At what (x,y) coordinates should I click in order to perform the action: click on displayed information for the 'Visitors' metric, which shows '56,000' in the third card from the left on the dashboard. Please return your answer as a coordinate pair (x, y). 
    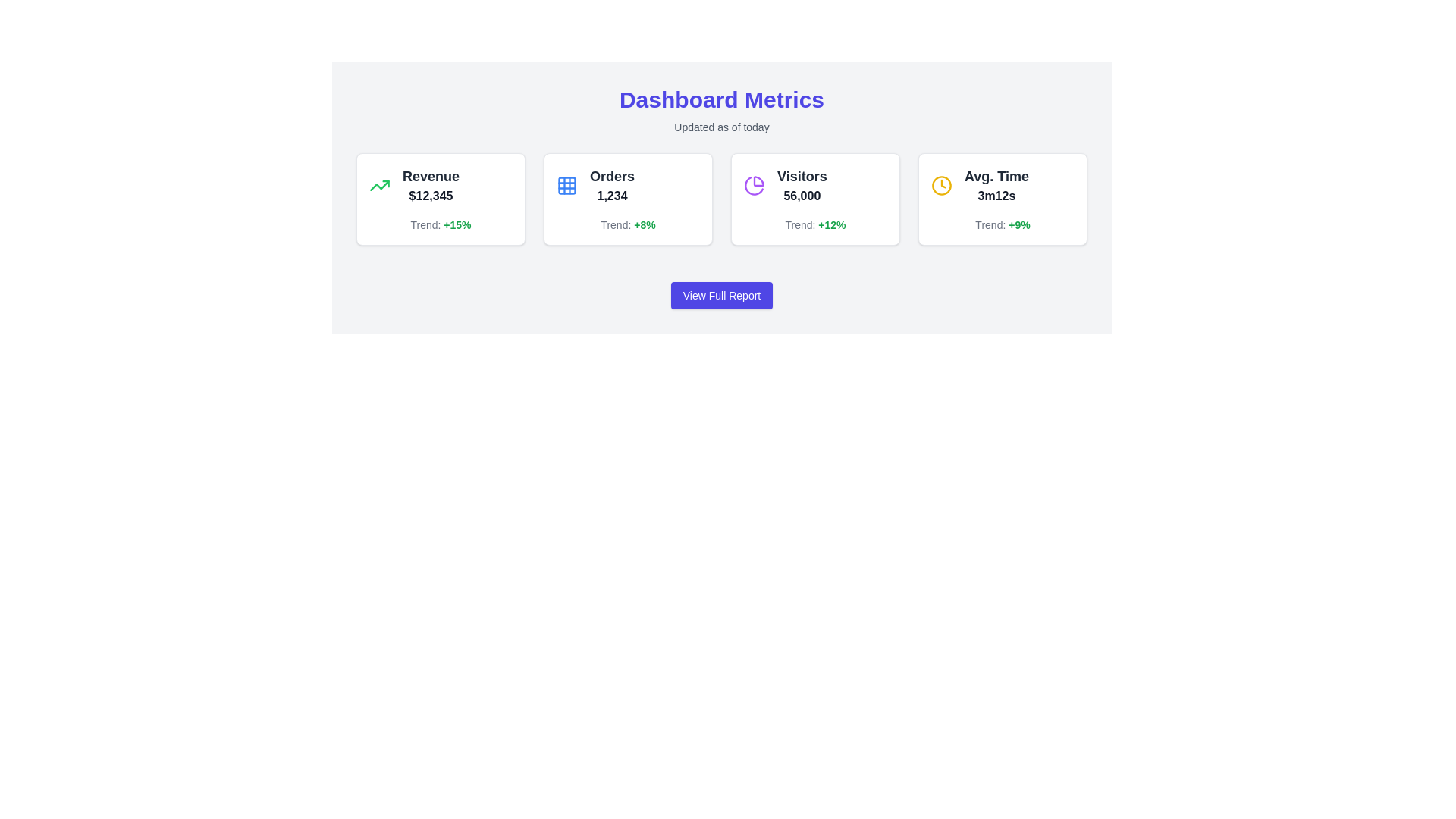
    Looking at the image, I should click on (814, 185).